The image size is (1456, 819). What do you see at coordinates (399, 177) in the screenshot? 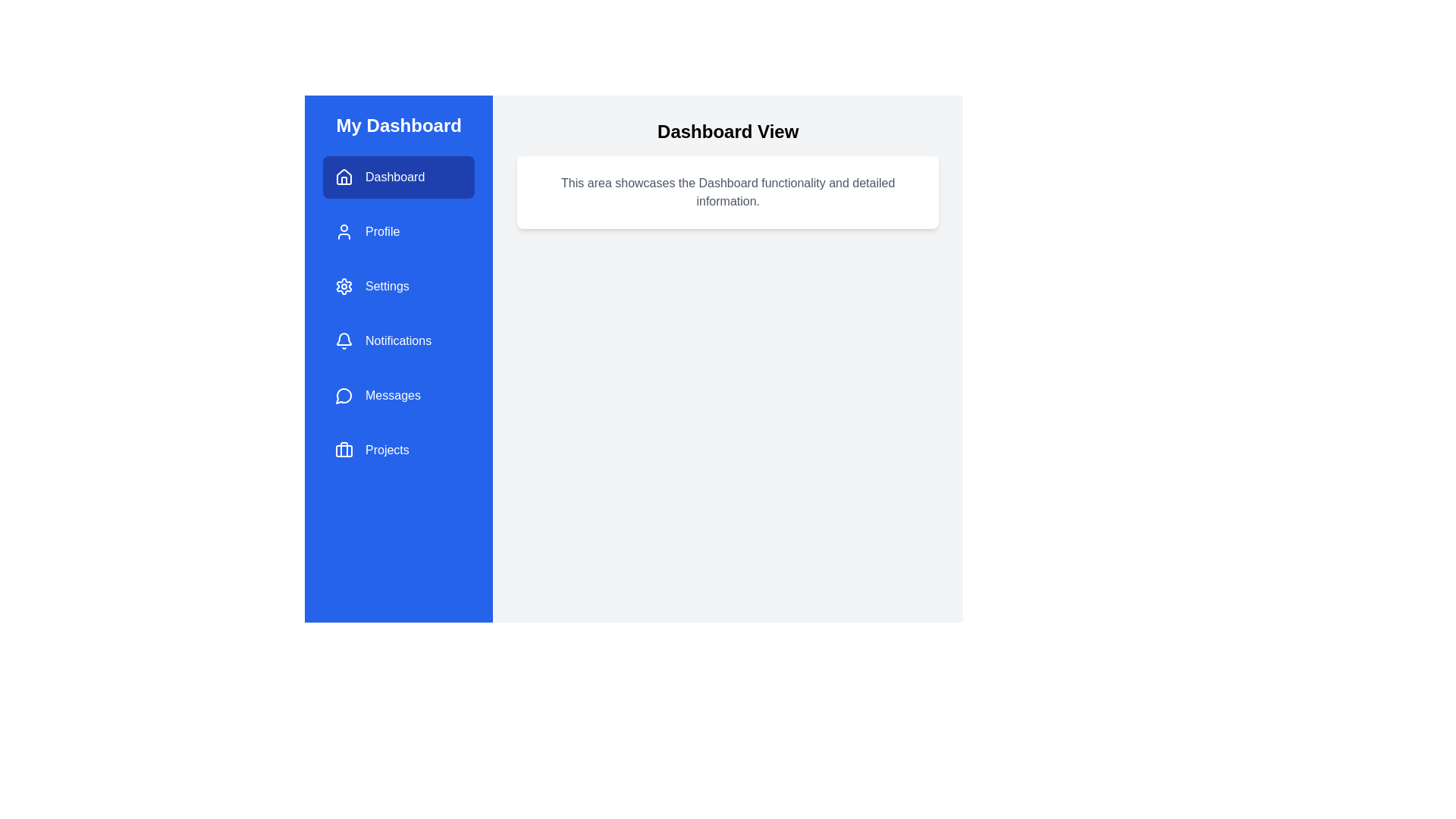
I see `the menu item Dashboard` at bounding box center [399, 177].